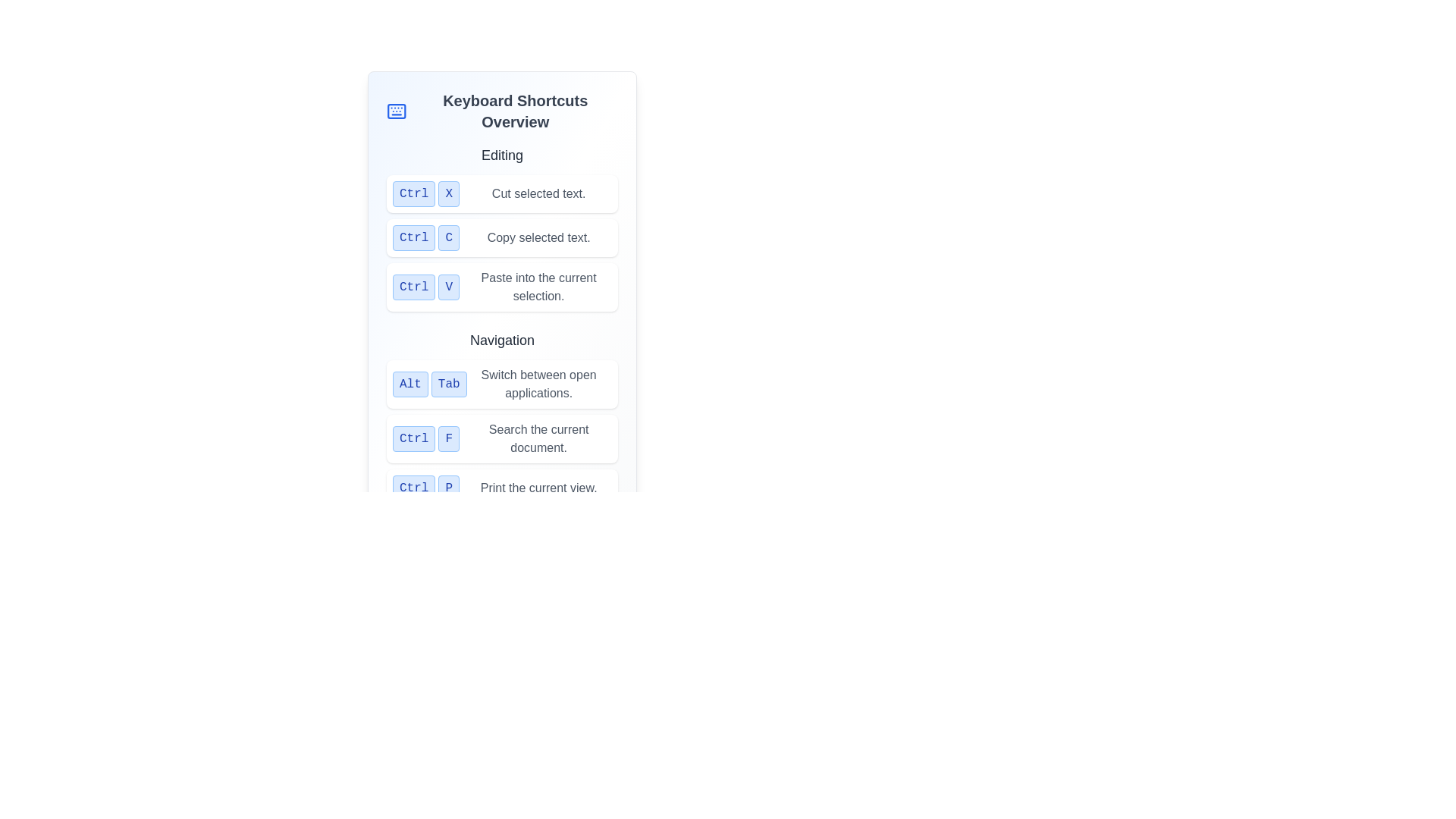  What do you see at coordinates (502, 287) in the screenshot?
I see `description text of the informational block for the keyboard shortcut 'Ctrl + V', which indicates its usage for pasting content` at bounding box center [502, 287].